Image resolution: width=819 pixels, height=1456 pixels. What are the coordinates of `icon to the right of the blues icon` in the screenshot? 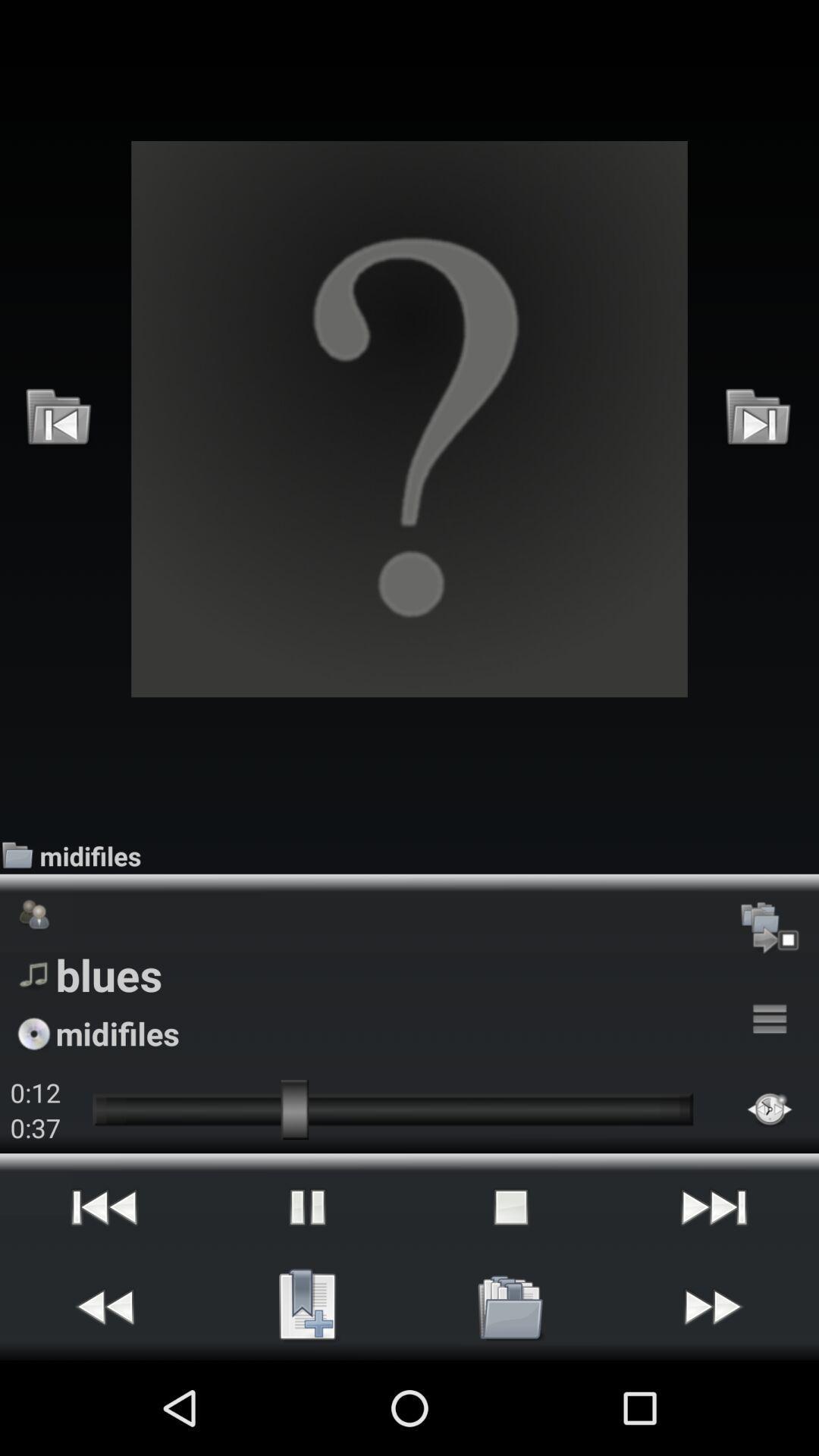 It's located at (770, 1019).